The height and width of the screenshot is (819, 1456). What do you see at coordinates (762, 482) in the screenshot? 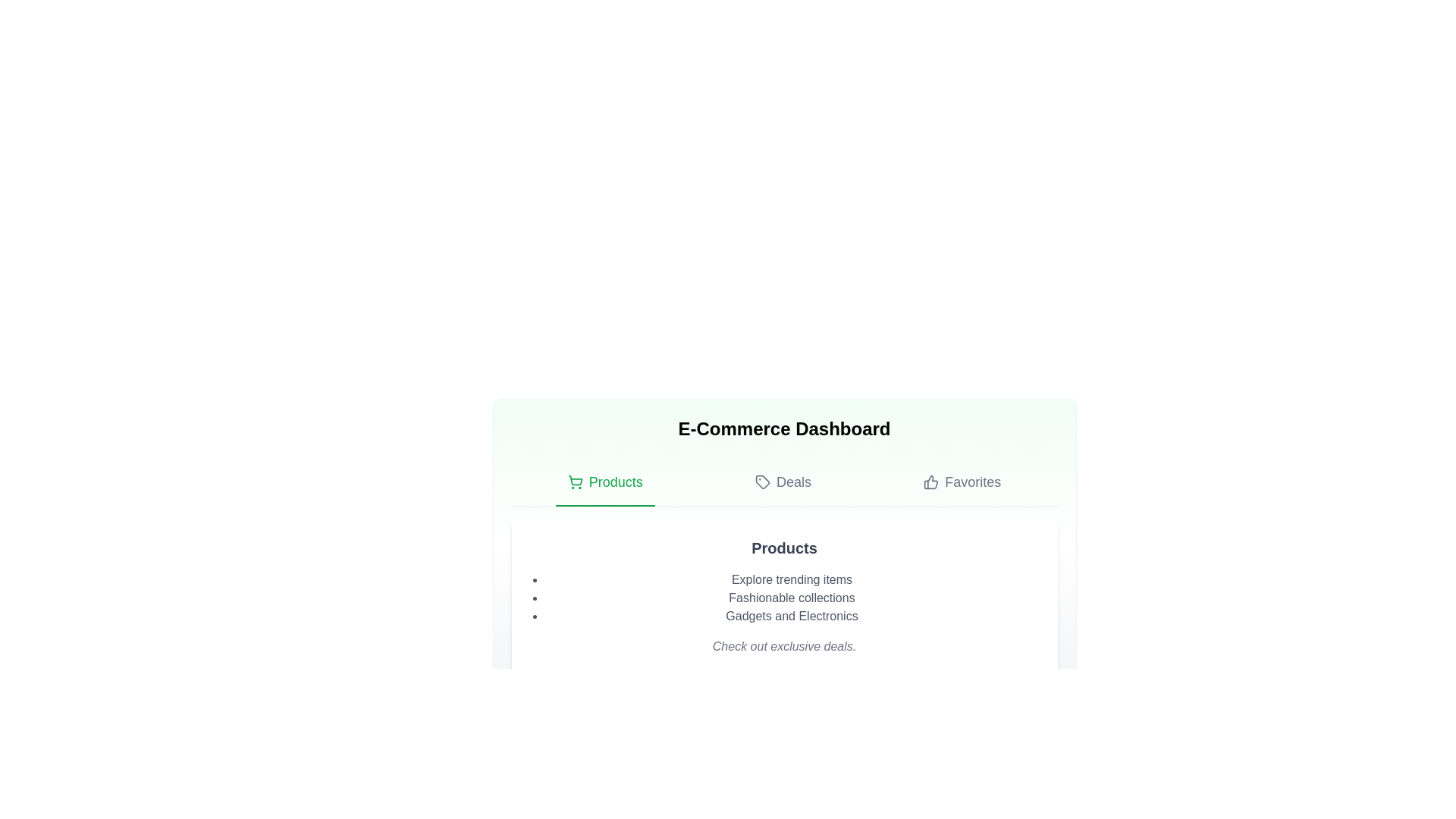
I see `the tag icon located to the left of the 'Deals' text label in the horizontal navigation bar` at bounding box center [762, 482].